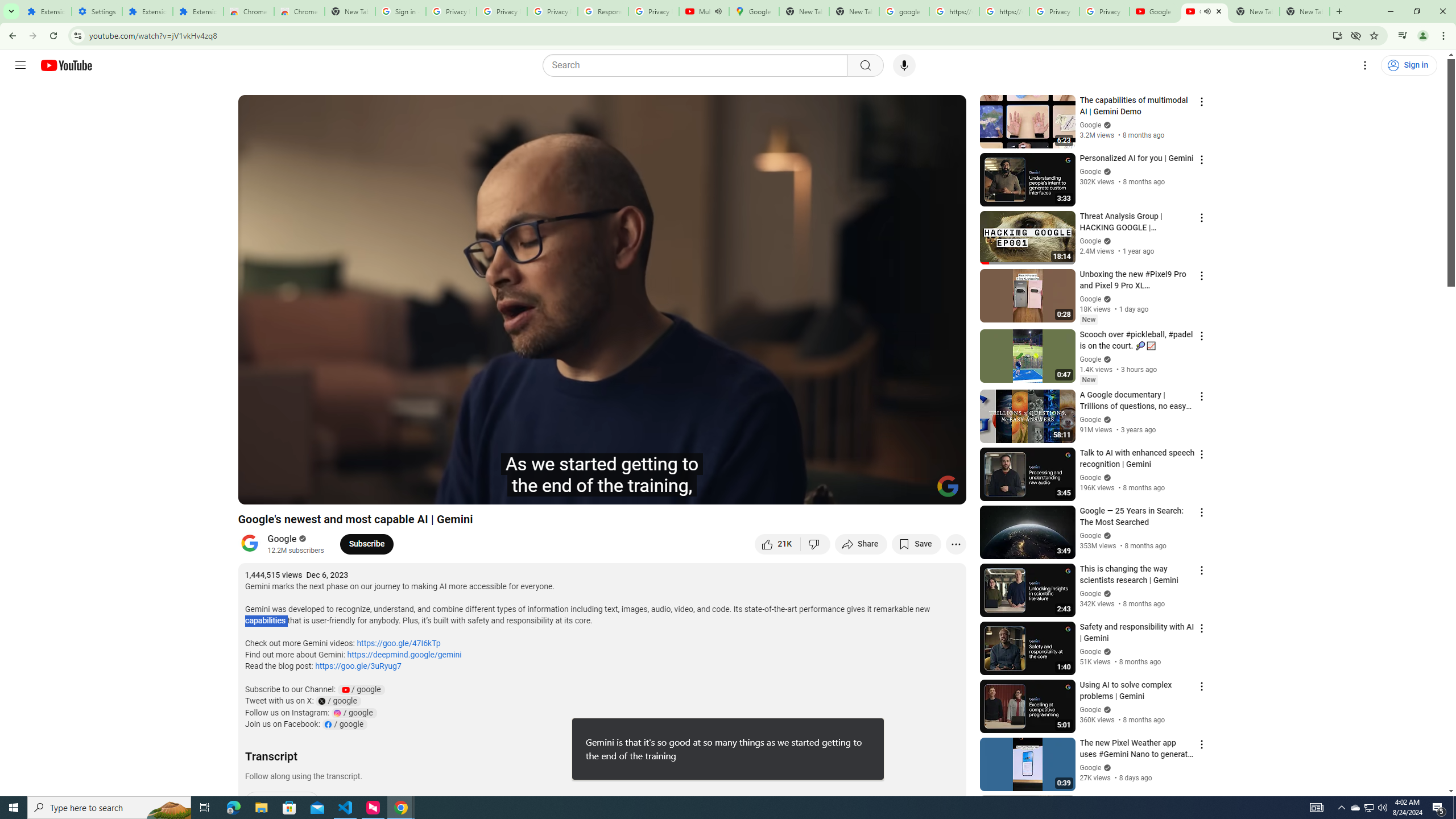 The height and width of the screenshot is (819, 1456). What do you see at coordinates (954, 11) in the screenshot?
I see `'https://scholar.google.com/'` at bounding box center [954, 11].